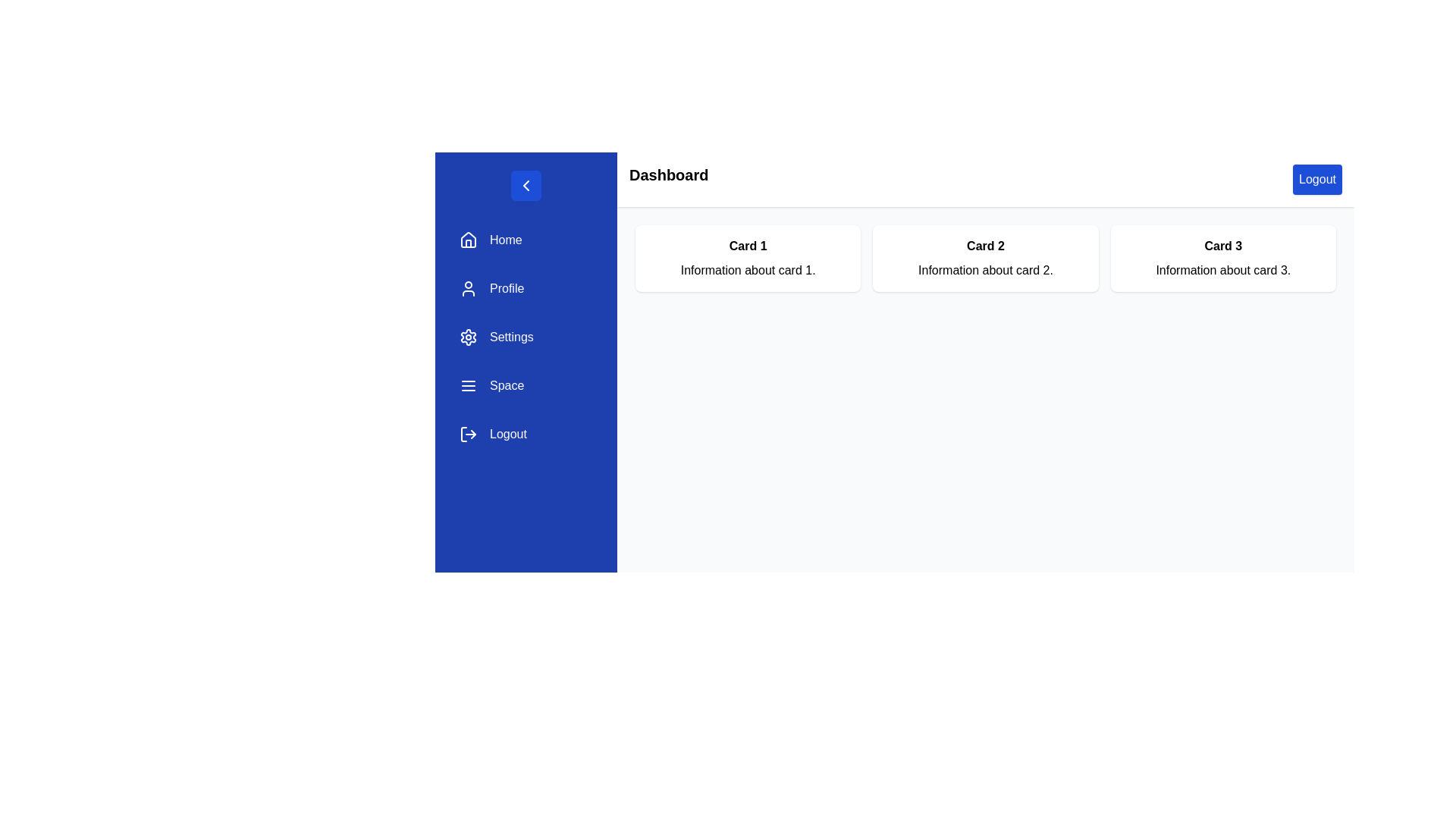 The image size is (1456, 819). I want to click on the 'Settings' text label, which is displayed in white on a blue background within the vertical navigation menu located in the left sidebar, so click(511, 336).